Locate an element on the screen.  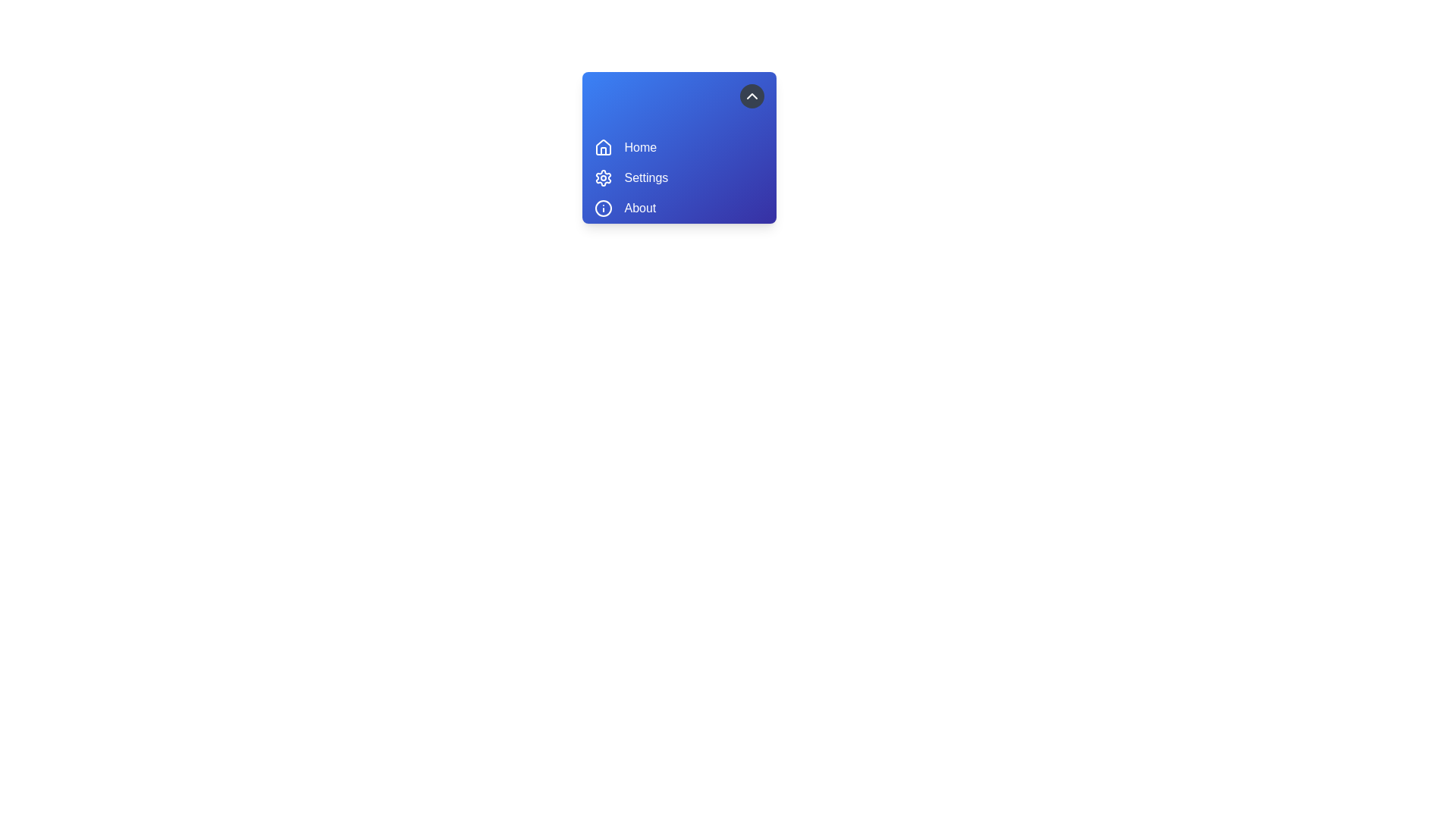
the circular blue icon with a hollow stroke and a central dot located near the 'About' menu item in the menu panel is located at coordinates (602, 208).